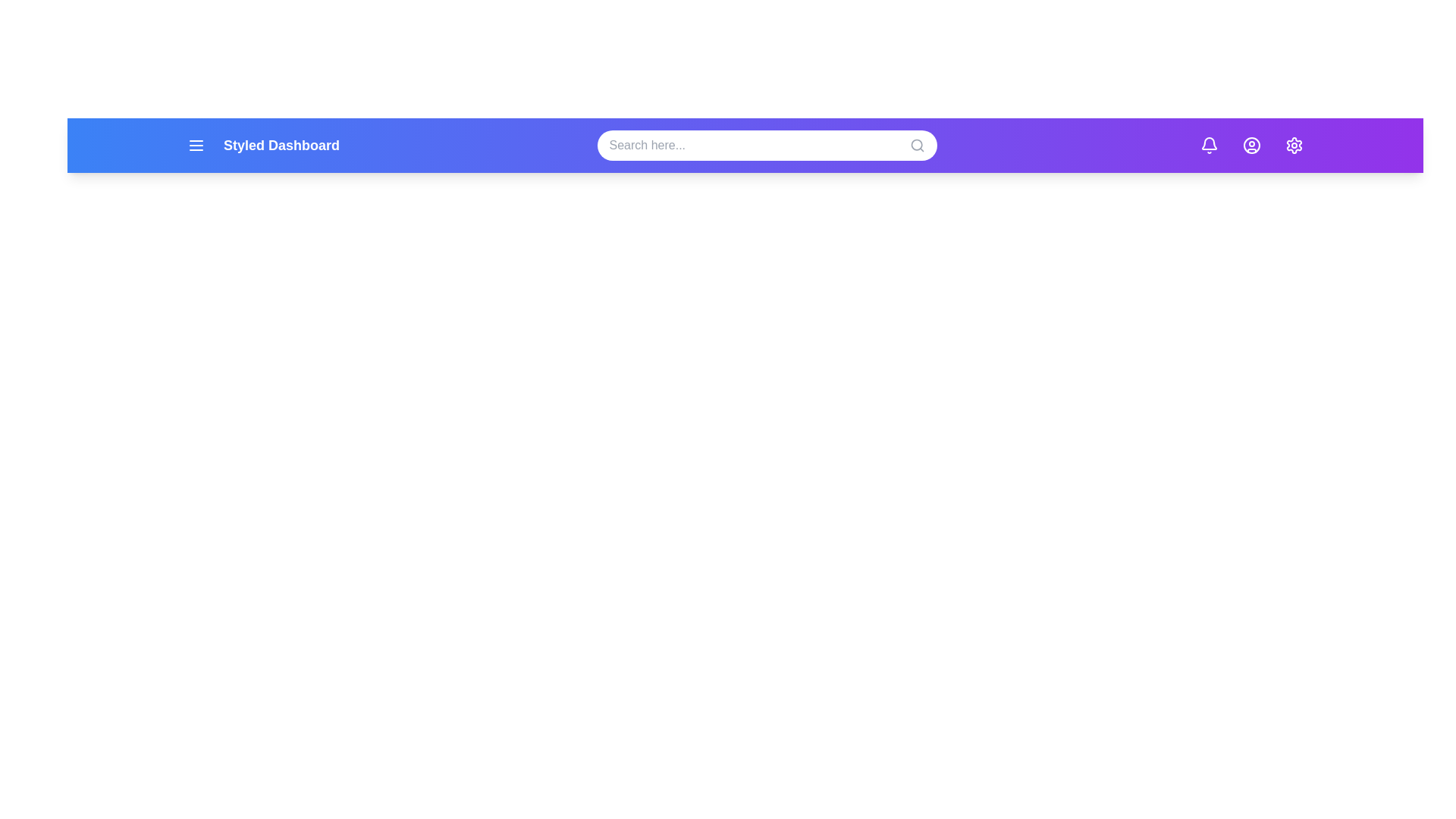 Image resolution: width=1456 pixels, height=819 pixels. Describe the element at coordinates (1252, 146) in the screenshot. I see `the user icon to access user settings or profile` at that location.